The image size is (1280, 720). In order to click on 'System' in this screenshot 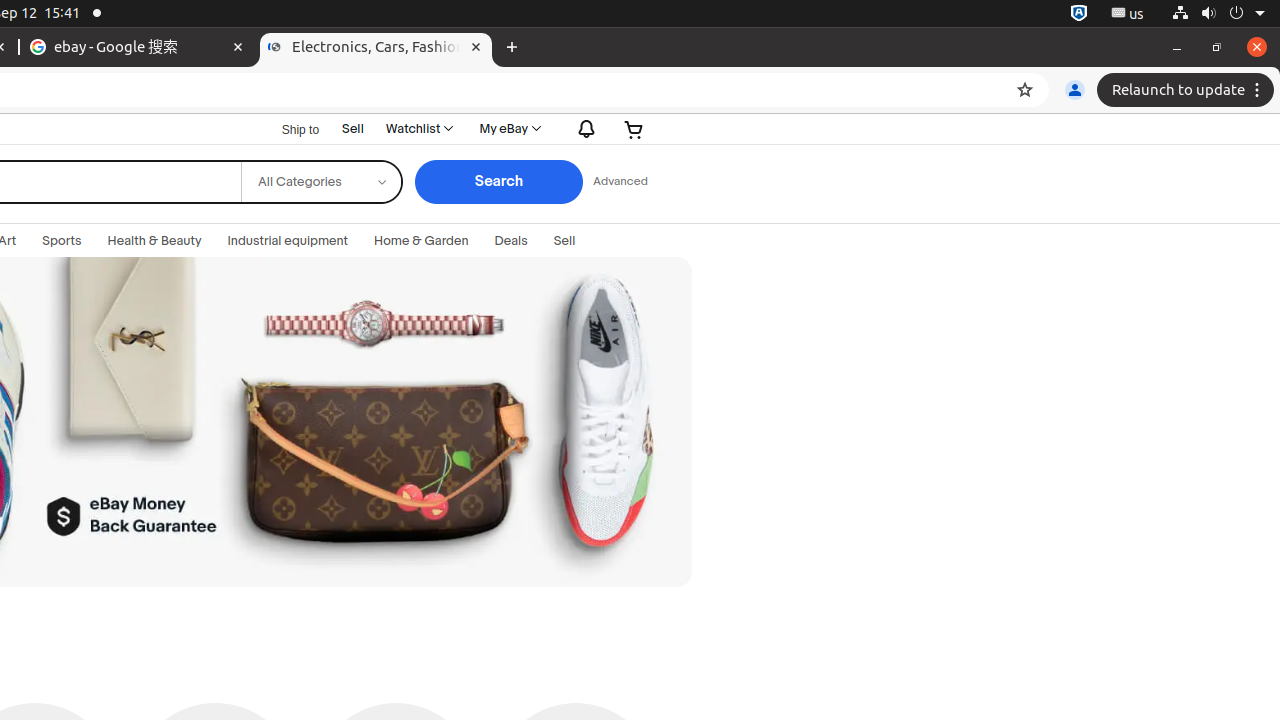, I will do `click(1217, 13)`.